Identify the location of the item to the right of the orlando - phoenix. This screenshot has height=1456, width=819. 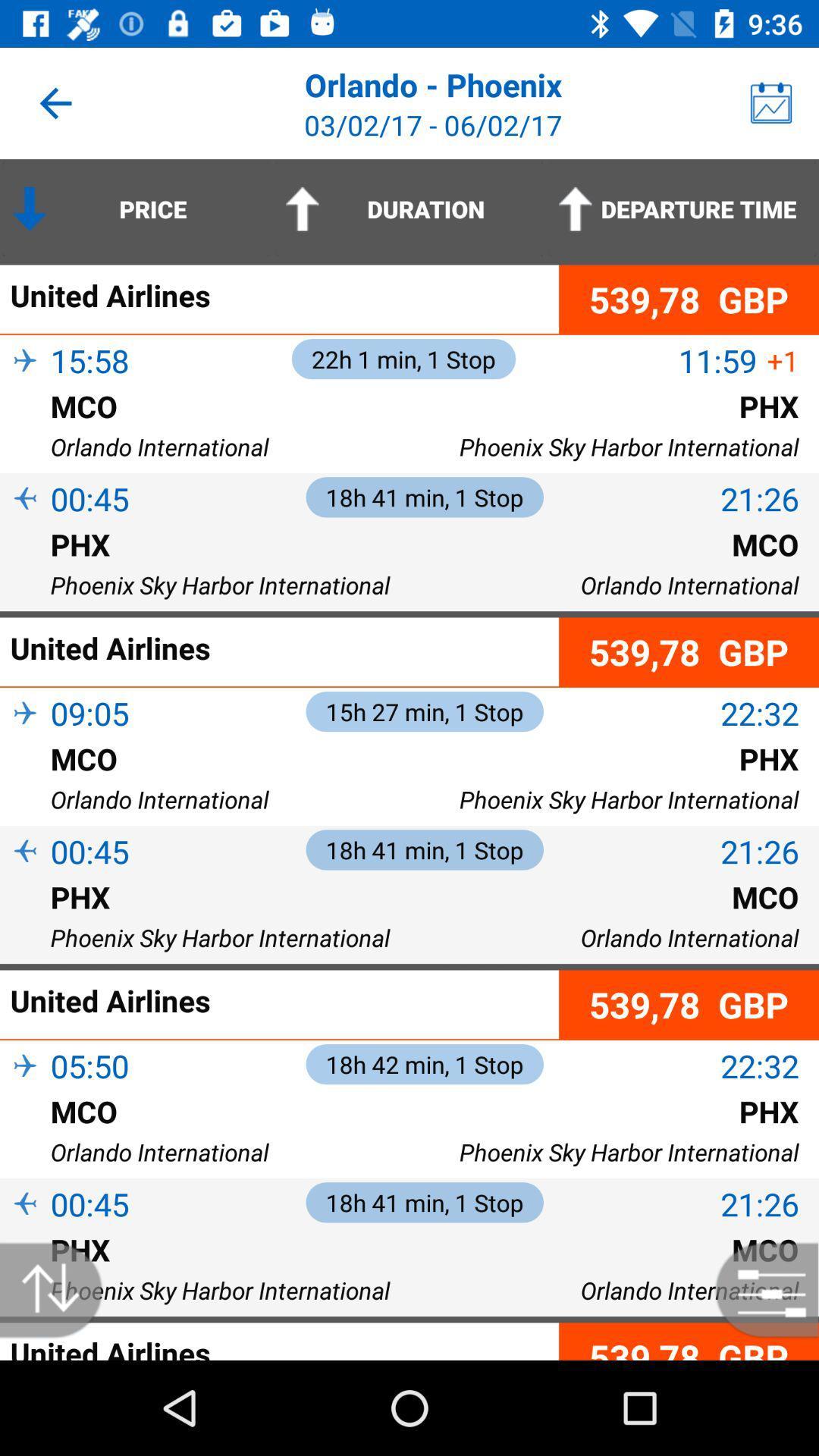
(771, 102).